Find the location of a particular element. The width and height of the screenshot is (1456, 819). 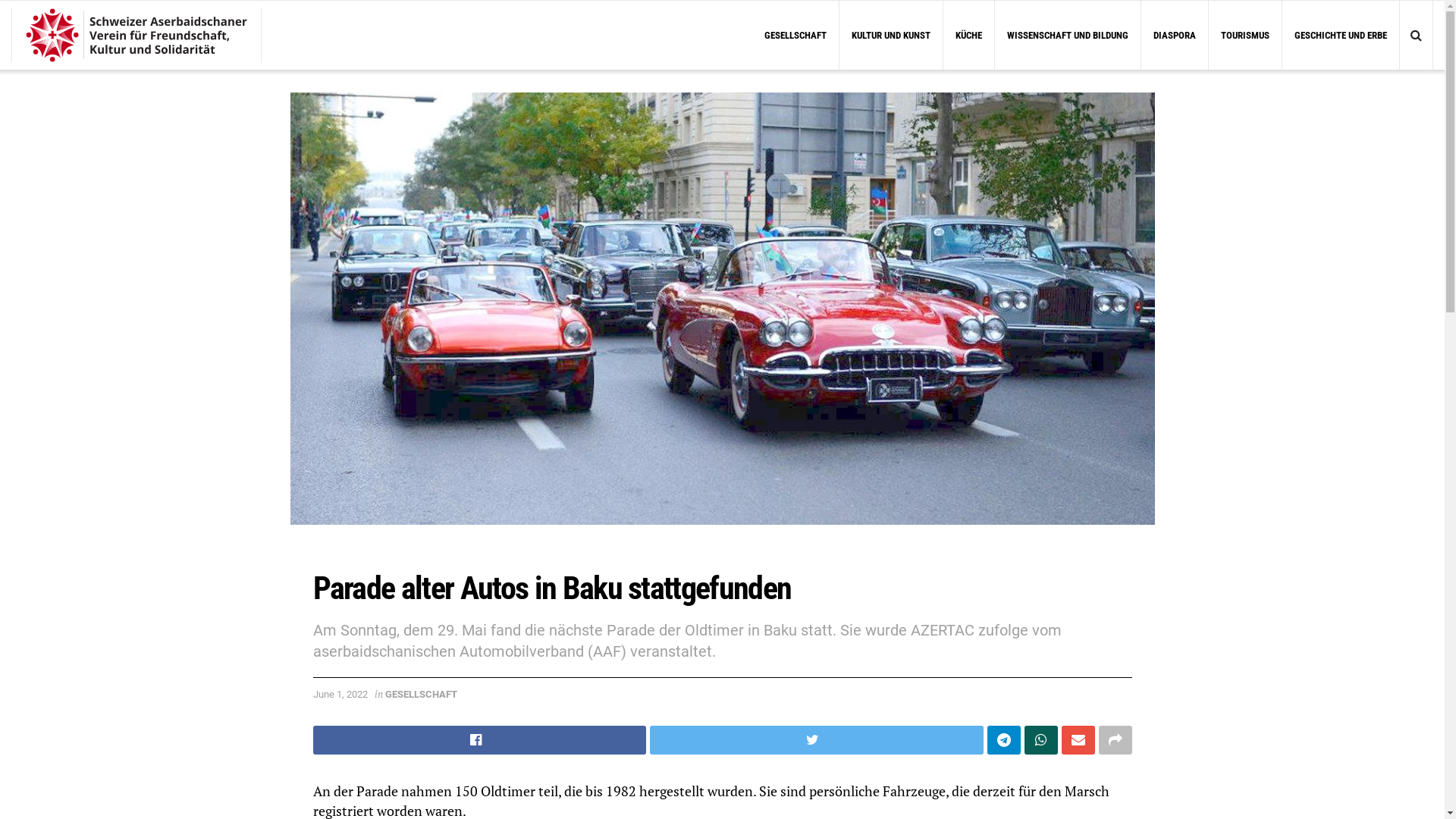

'TOURISMUS' is located at coordinates (1244, 34).